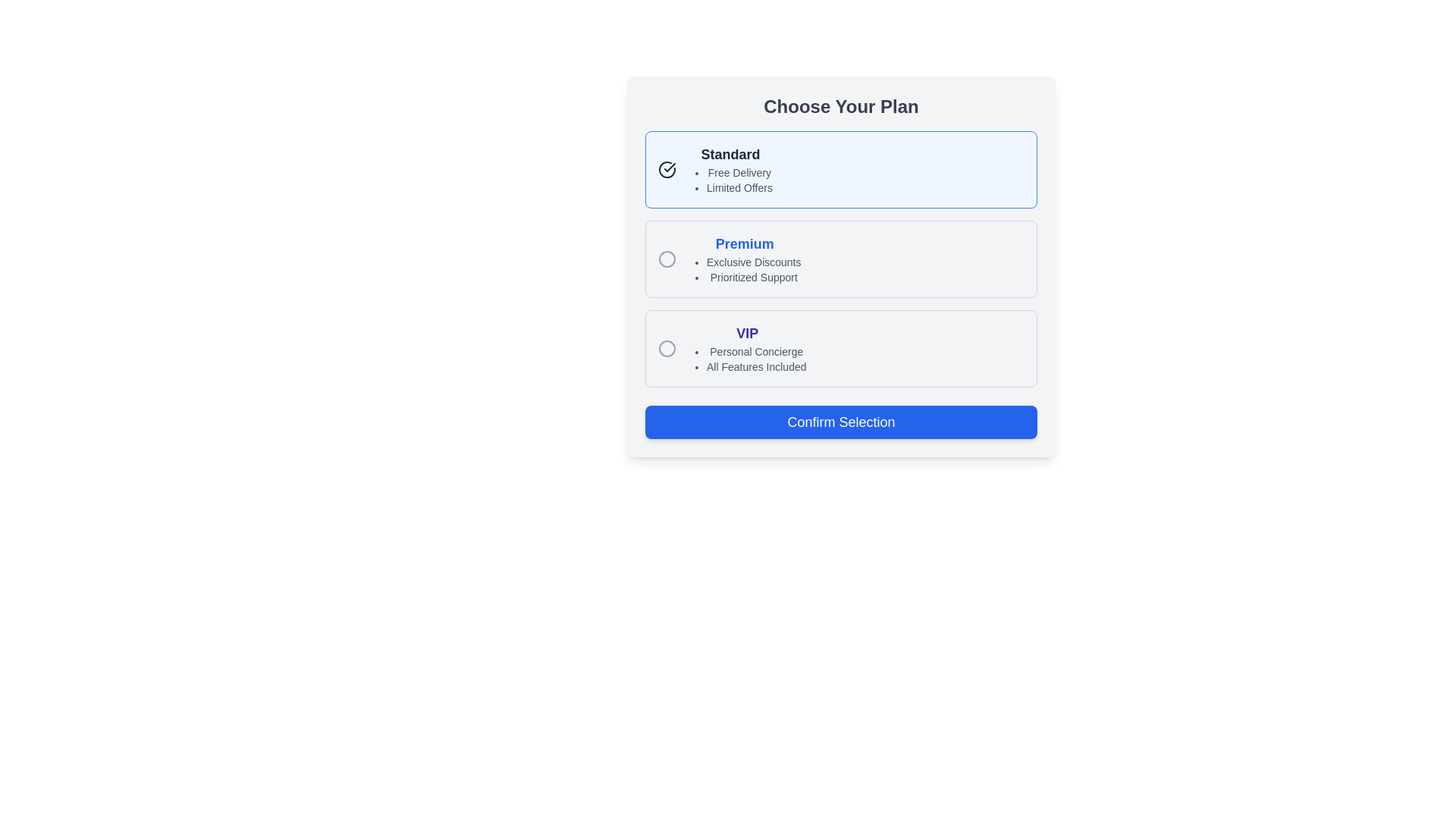 The width and height of the screenshot is (1456, 819). Describe the element at coordinates (667, 259) in the screenshot. I see `the radio button indicator (circle)` at that location.